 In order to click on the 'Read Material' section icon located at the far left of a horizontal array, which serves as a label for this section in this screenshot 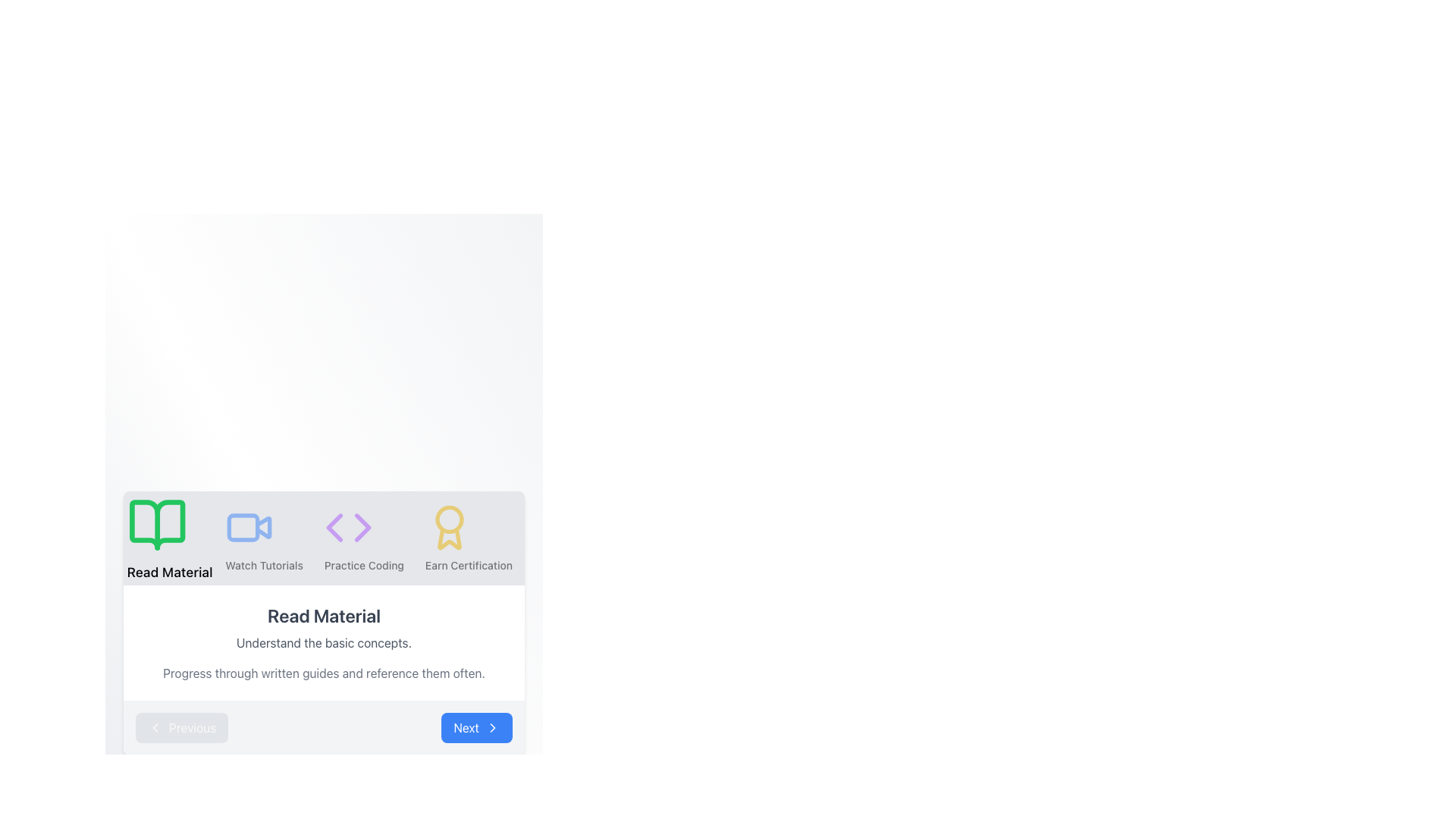, I will do `click(170, 537)`.